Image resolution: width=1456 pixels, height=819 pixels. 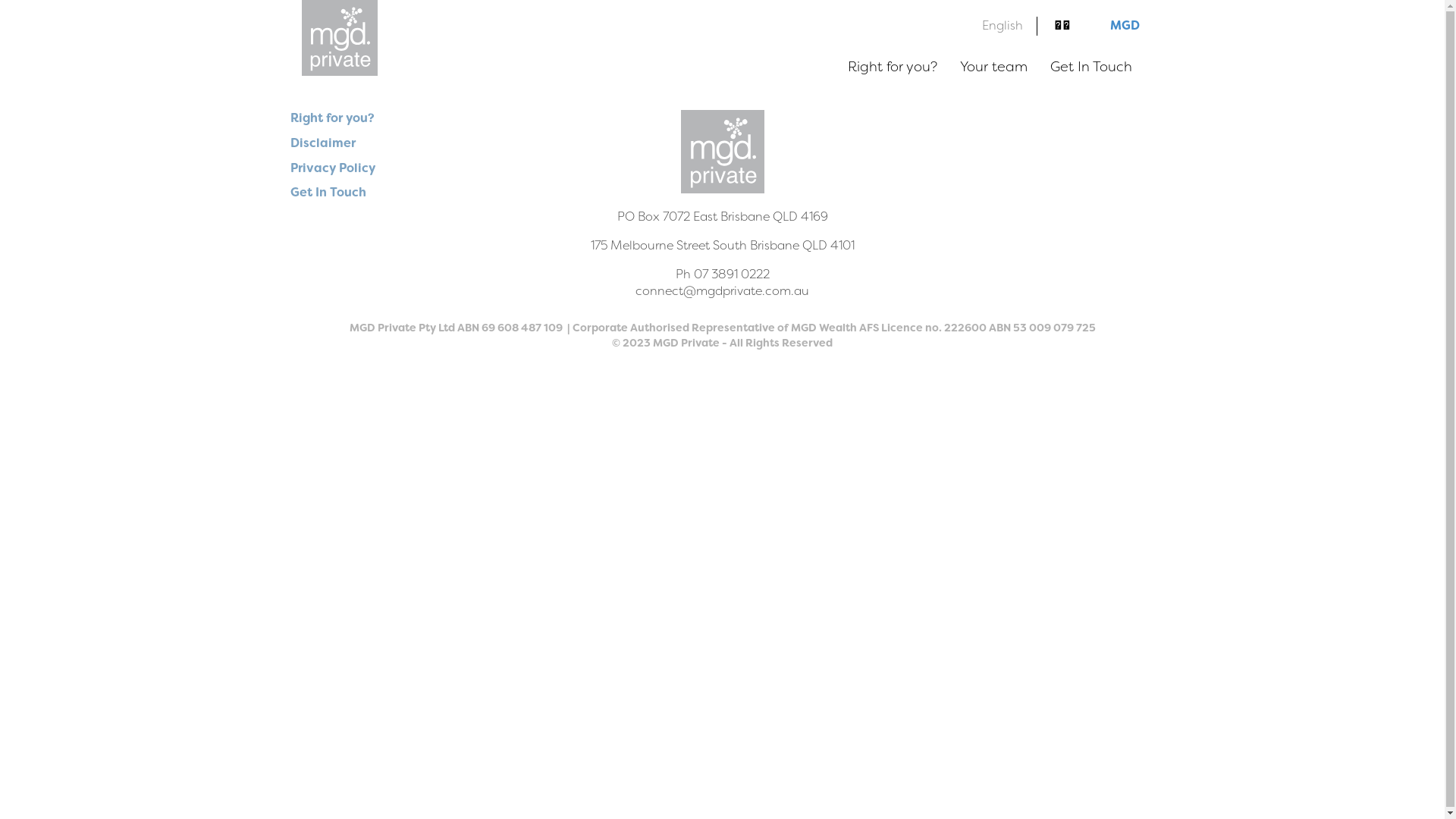 I want to click on 'Your team', so click(x=993, y=66).